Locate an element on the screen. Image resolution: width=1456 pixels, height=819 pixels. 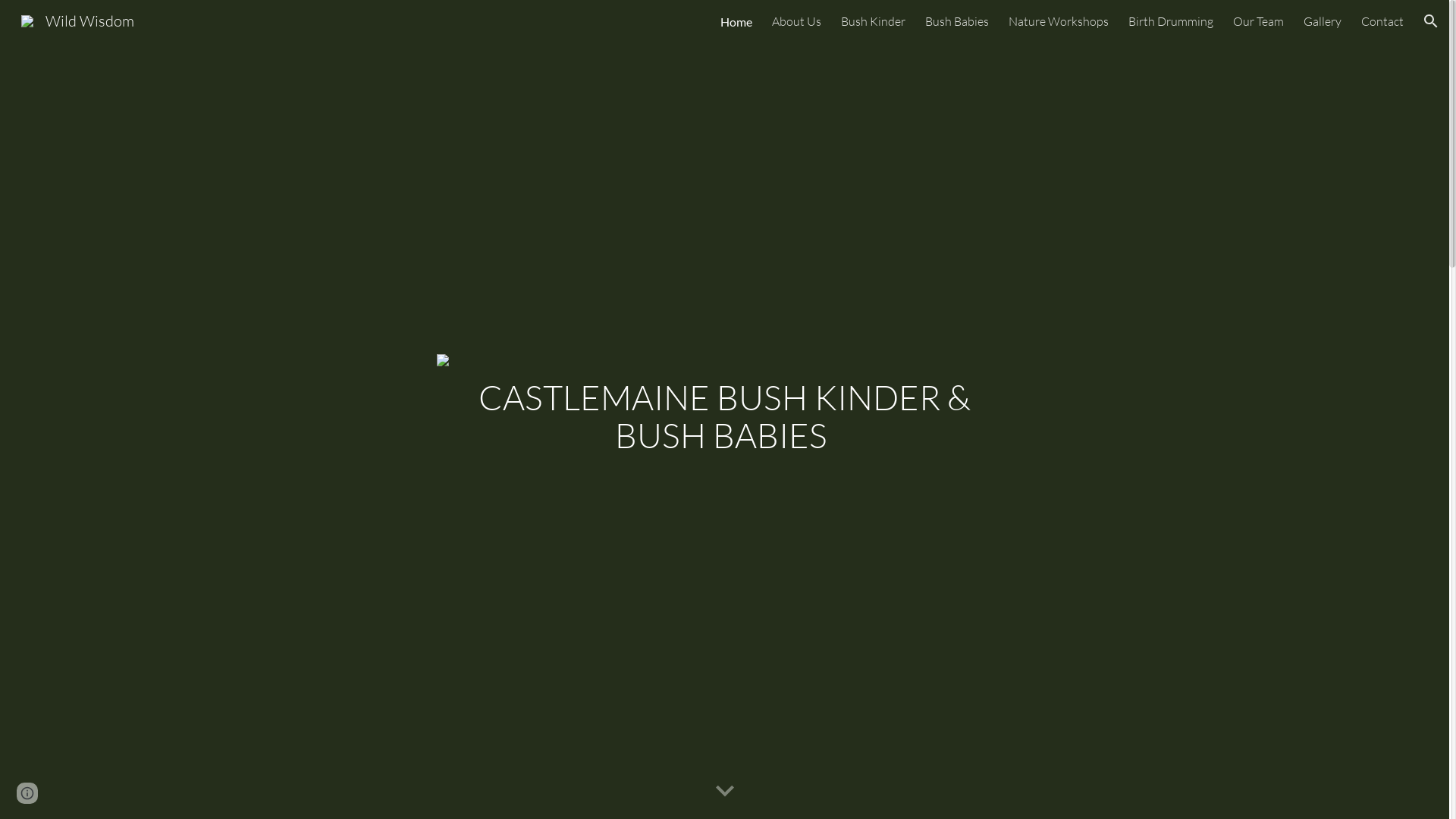
'Contact' is located at coordinates (1382, 20).